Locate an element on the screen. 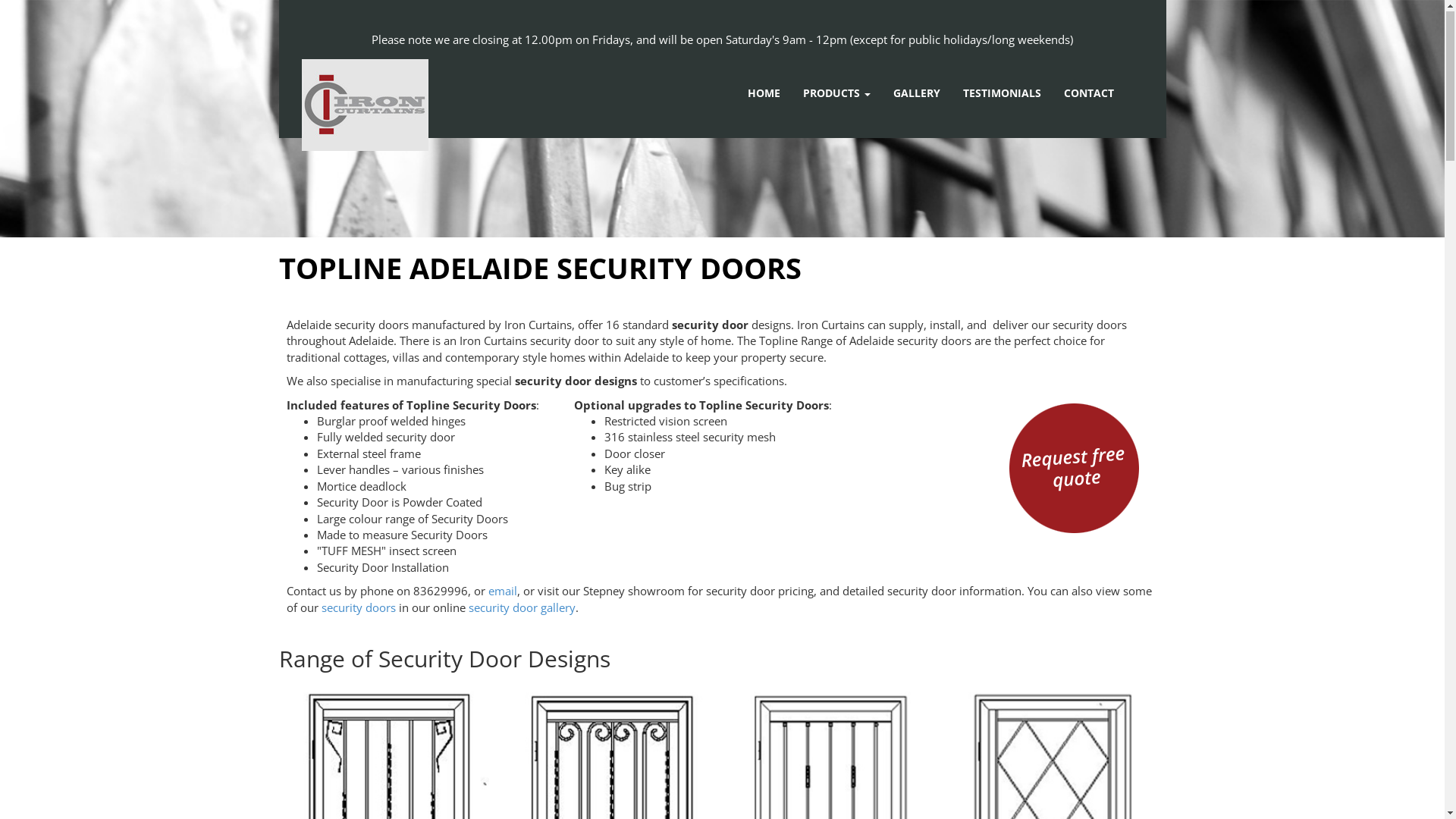 Image resolution: width=1456 pixels, height=819 pixels. 'email' is located at coordinates (502, 590).